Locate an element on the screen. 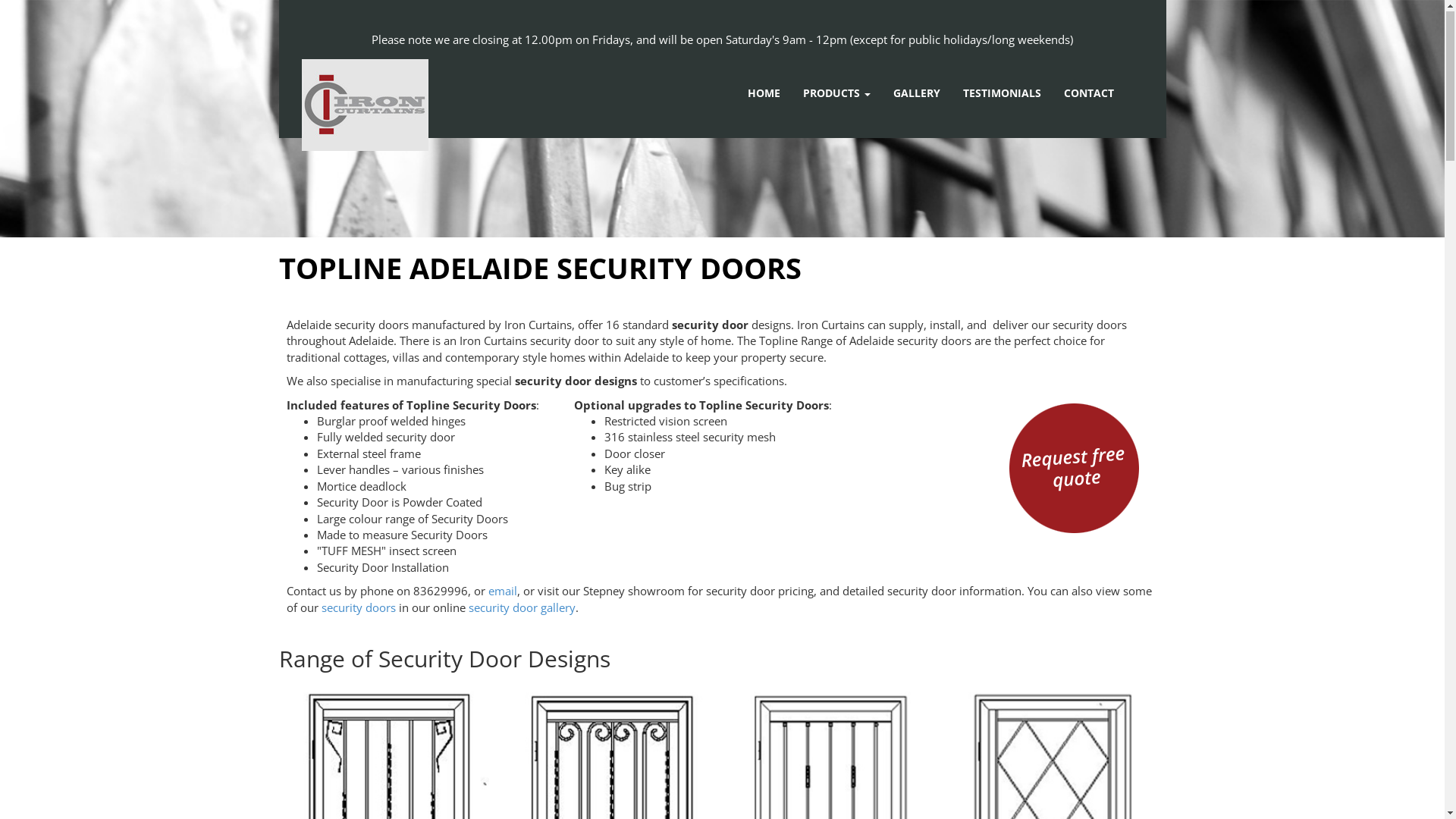 Image resolution: width=1456 pixels, height=819 pixels. 'email' is located at coordinates (502, 590).